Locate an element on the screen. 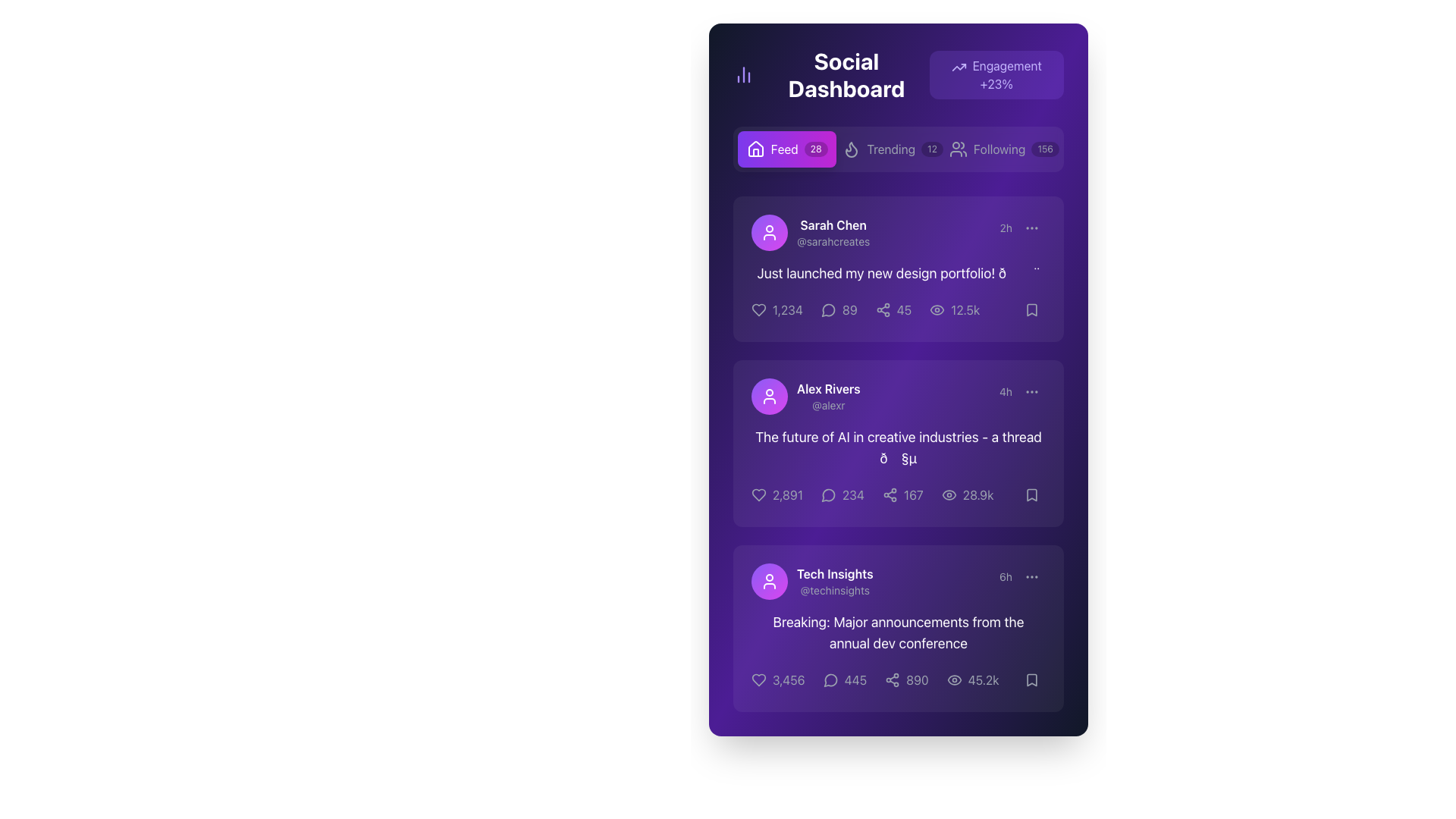  the timestamp text label located in the middle-right area of the post card authored by Alex Rivers is located at coordinates (1006, 391).